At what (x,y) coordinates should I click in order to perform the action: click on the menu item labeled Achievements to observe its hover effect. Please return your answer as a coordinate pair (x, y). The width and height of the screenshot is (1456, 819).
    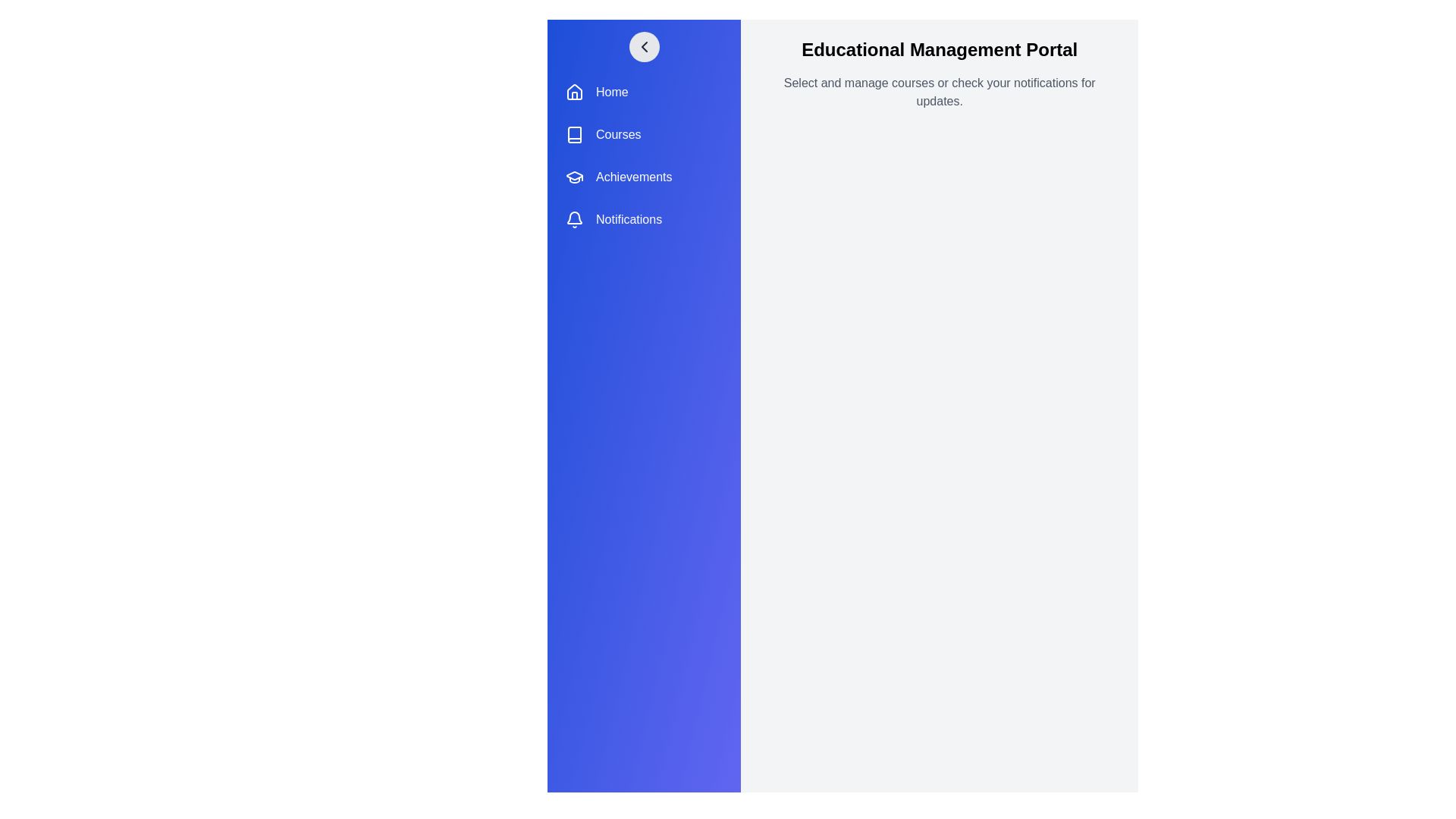
    Looking at the image, I should click on (644, 177).